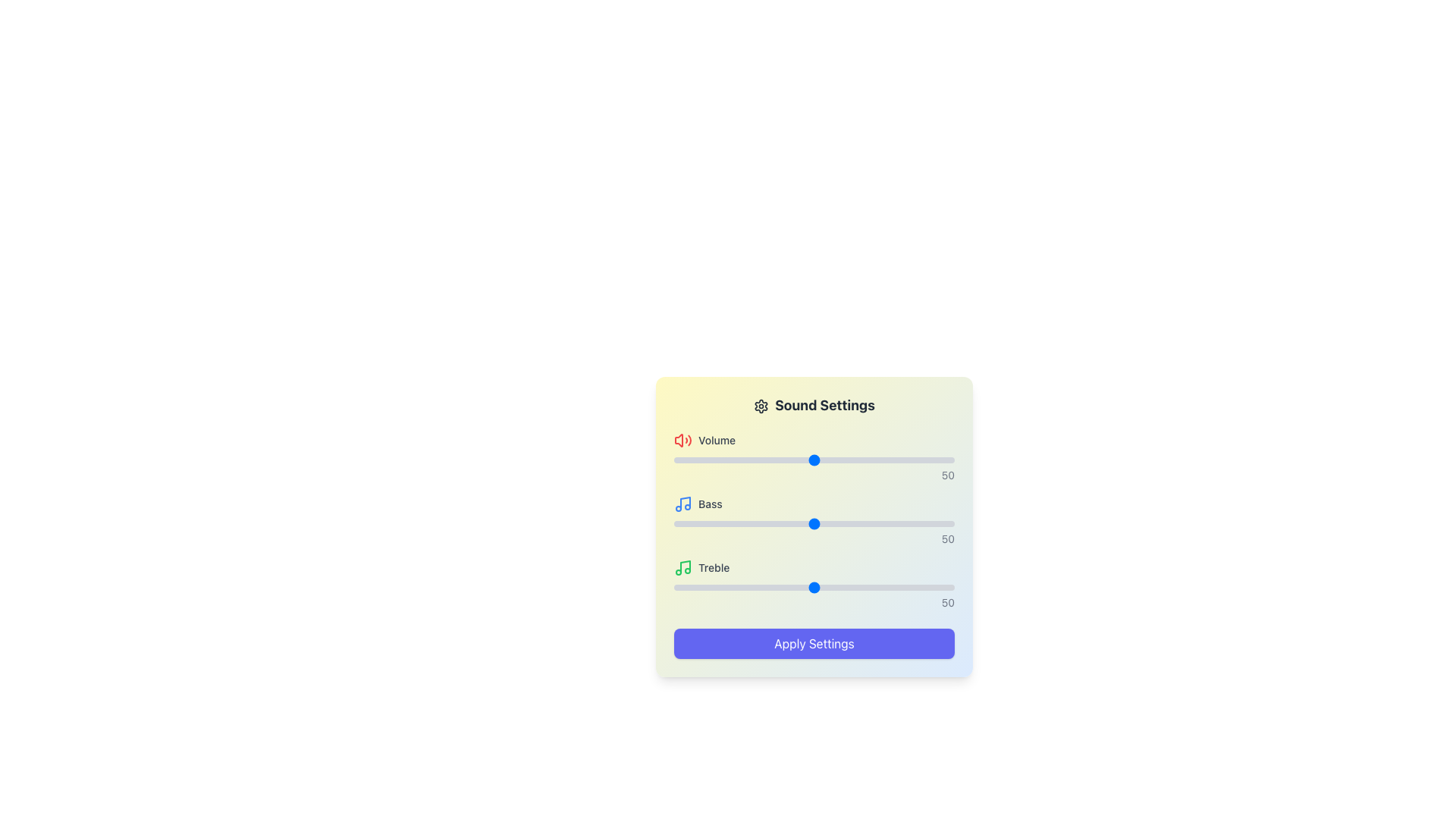 The width and height of the screenshot is (1456, 819). What do you see at coordinates (767, 459) in the screenshot?
I see `the volume` at bounding box center [767, 459].